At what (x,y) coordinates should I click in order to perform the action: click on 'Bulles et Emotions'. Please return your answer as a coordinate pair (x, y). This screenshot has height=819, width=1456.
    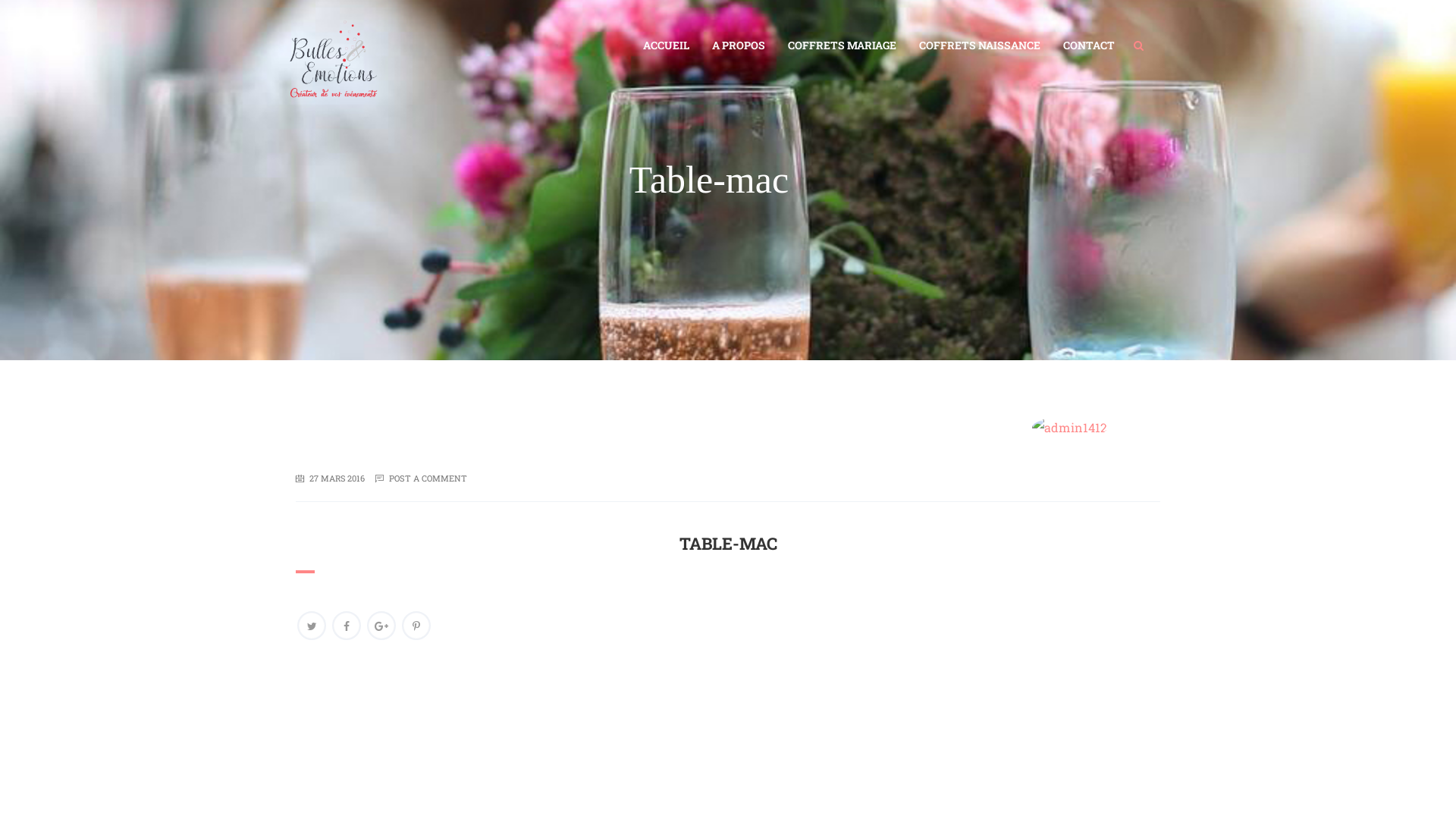
    Looking at the image, I should click on (284, 38).